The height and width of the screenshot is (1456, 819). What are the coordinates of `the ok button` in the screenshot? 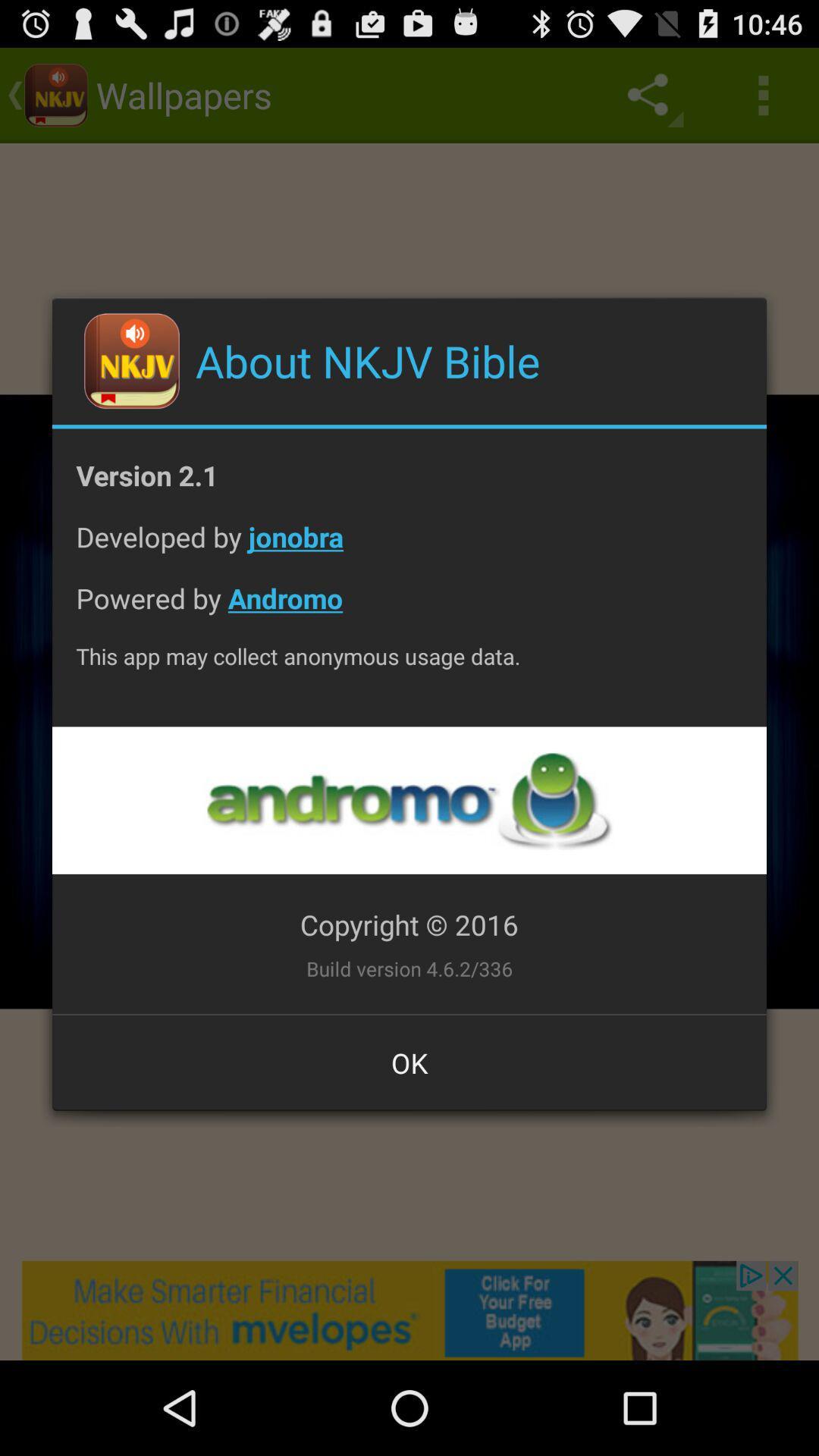 It's located at (409, 1062).